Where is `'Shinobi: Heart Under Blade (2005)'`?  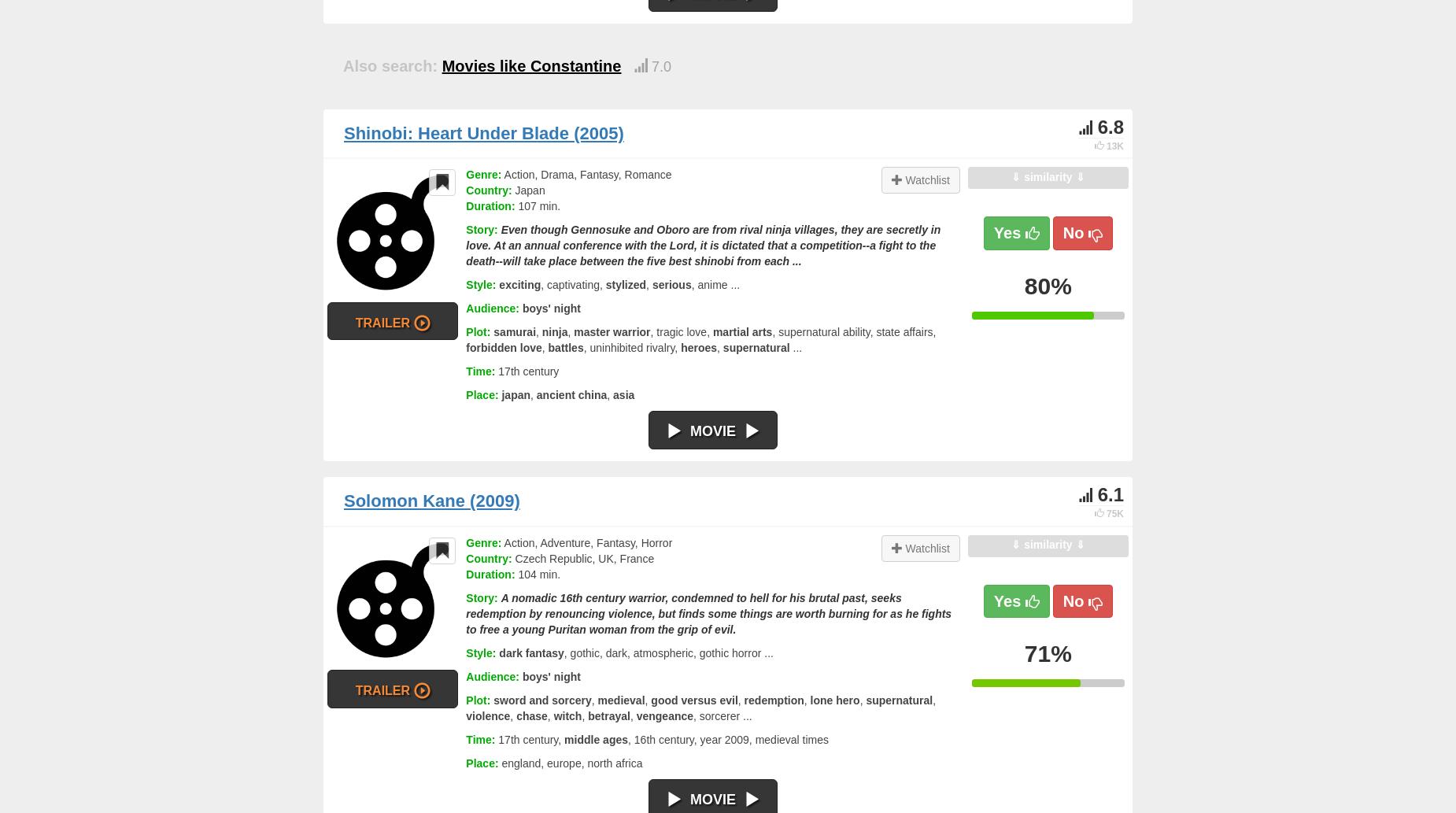
'Shinobi: Heart Under Blade (2005)' is located at coordinates (342, 133).